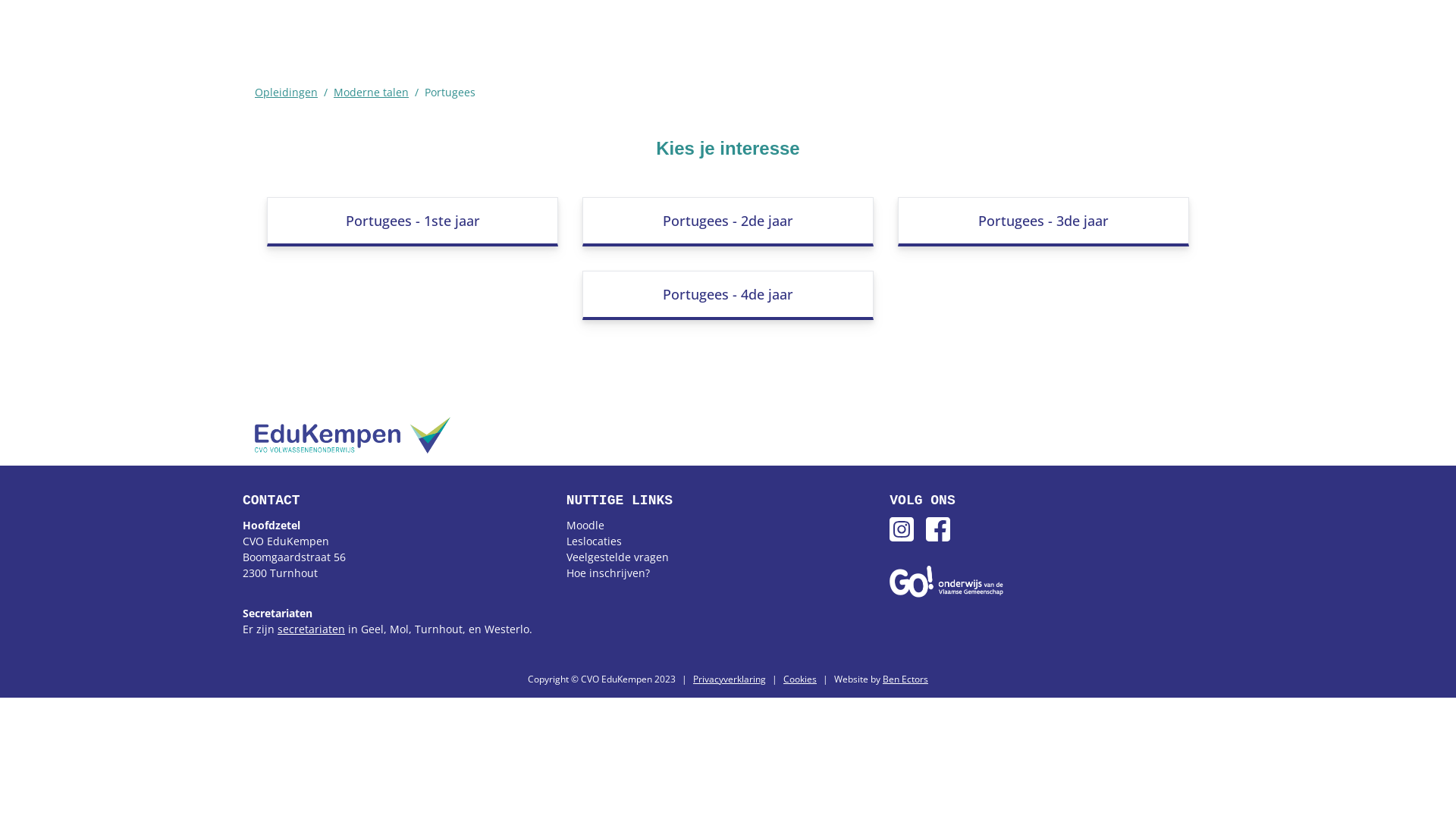  Describe the element at coordinates (617, 557) in the screenshot. I see `'Veelgestelde vragen'` at that location.